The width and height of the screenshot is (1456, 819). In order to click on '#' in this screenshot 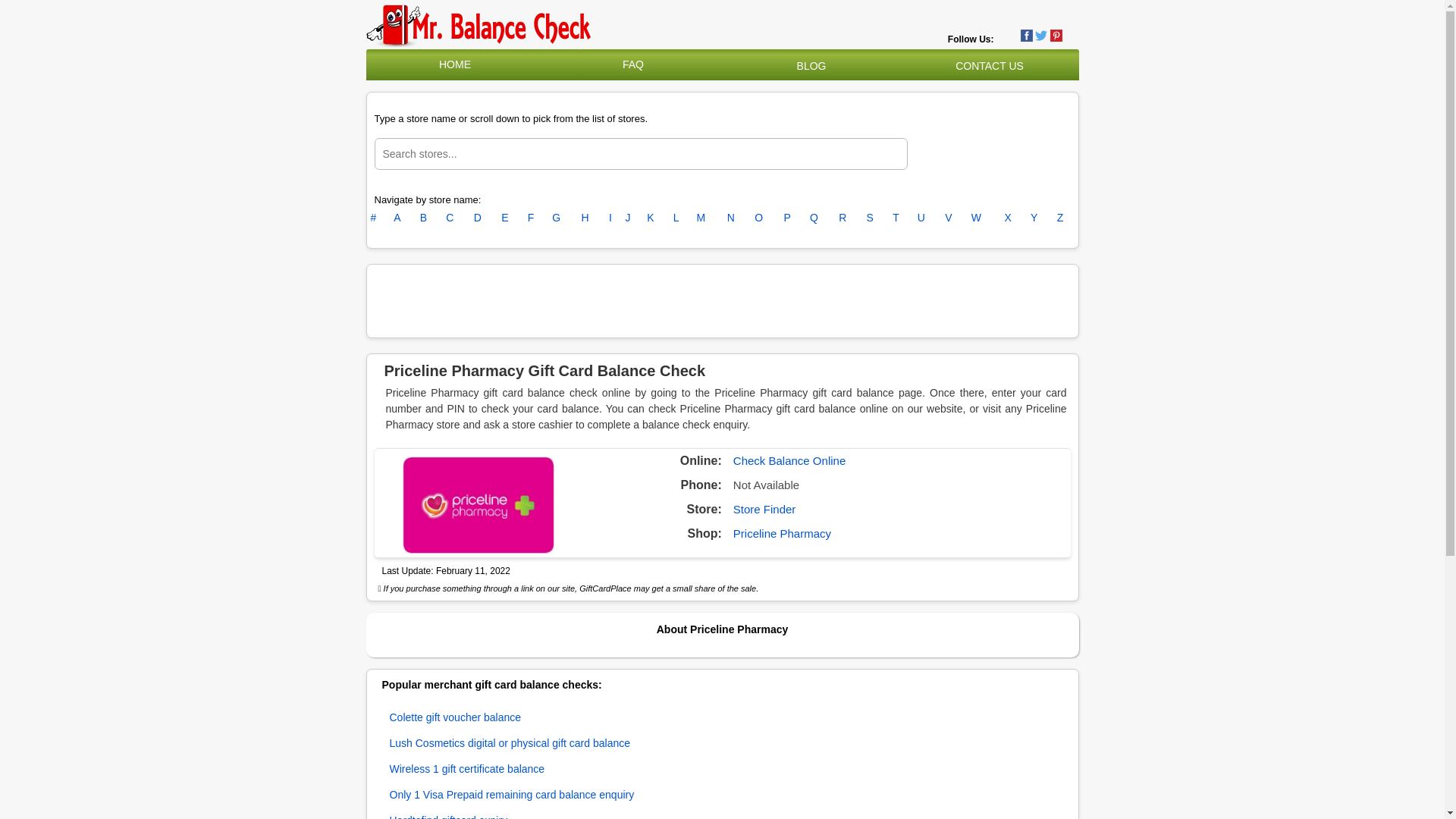, I will do `click(372, 217)`.